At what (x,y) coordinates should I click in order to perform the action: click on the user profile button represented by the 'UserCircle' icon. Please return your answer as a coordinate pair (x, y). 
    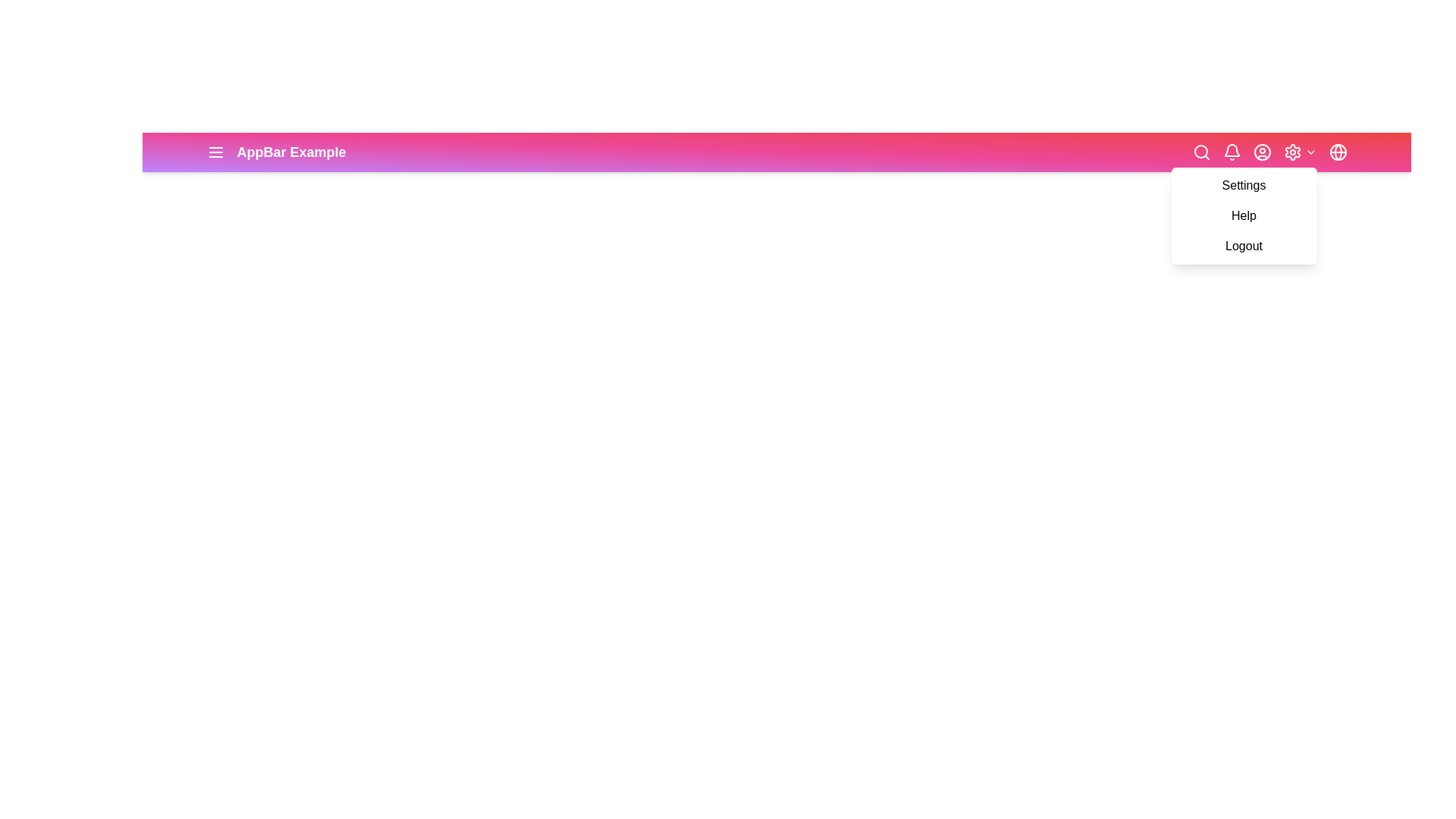
    Looking at the image, I should click on (1262, 152).